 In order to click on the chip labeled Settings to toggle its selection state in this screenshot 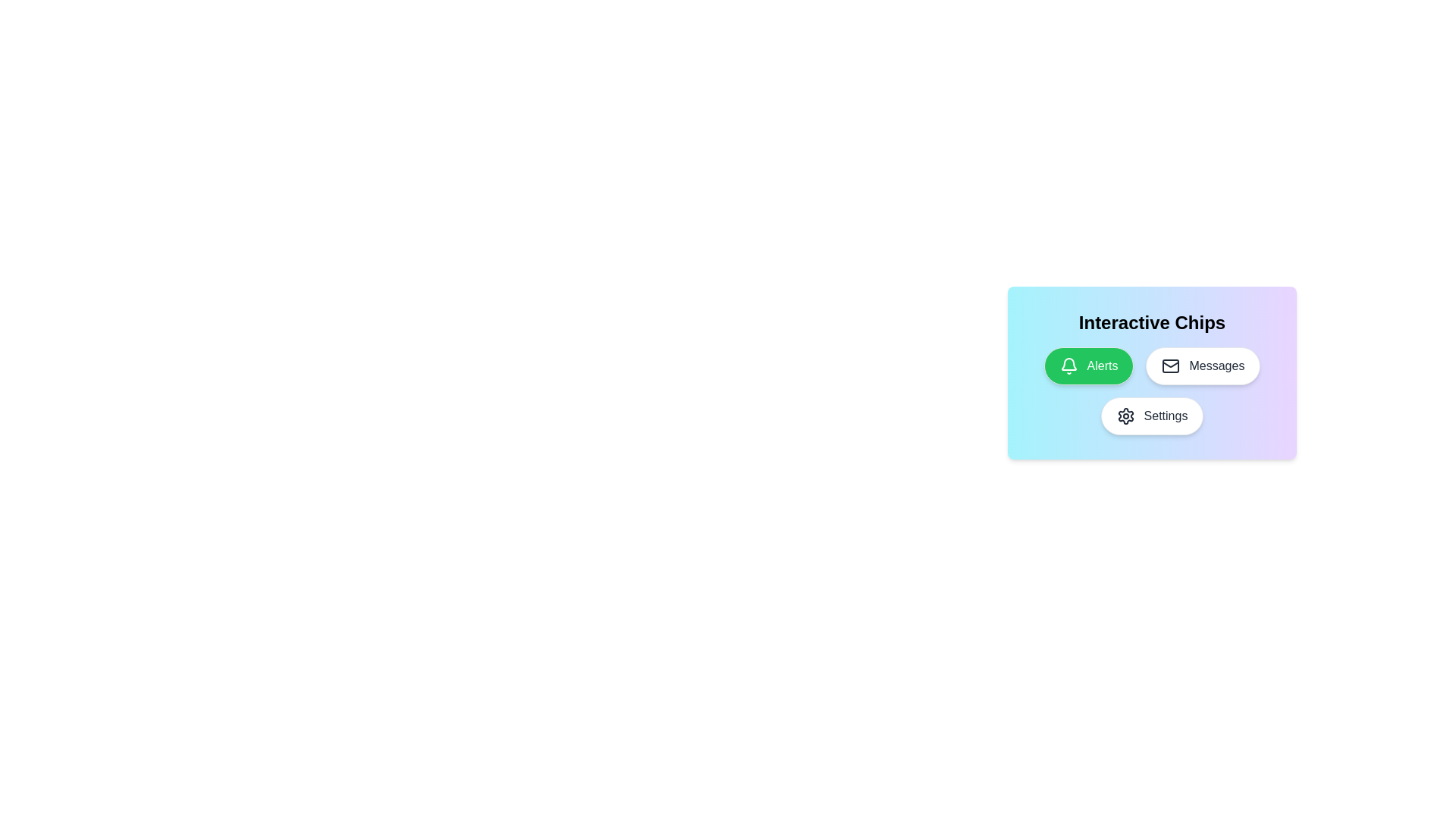, I will do `click(1152, 416)`.